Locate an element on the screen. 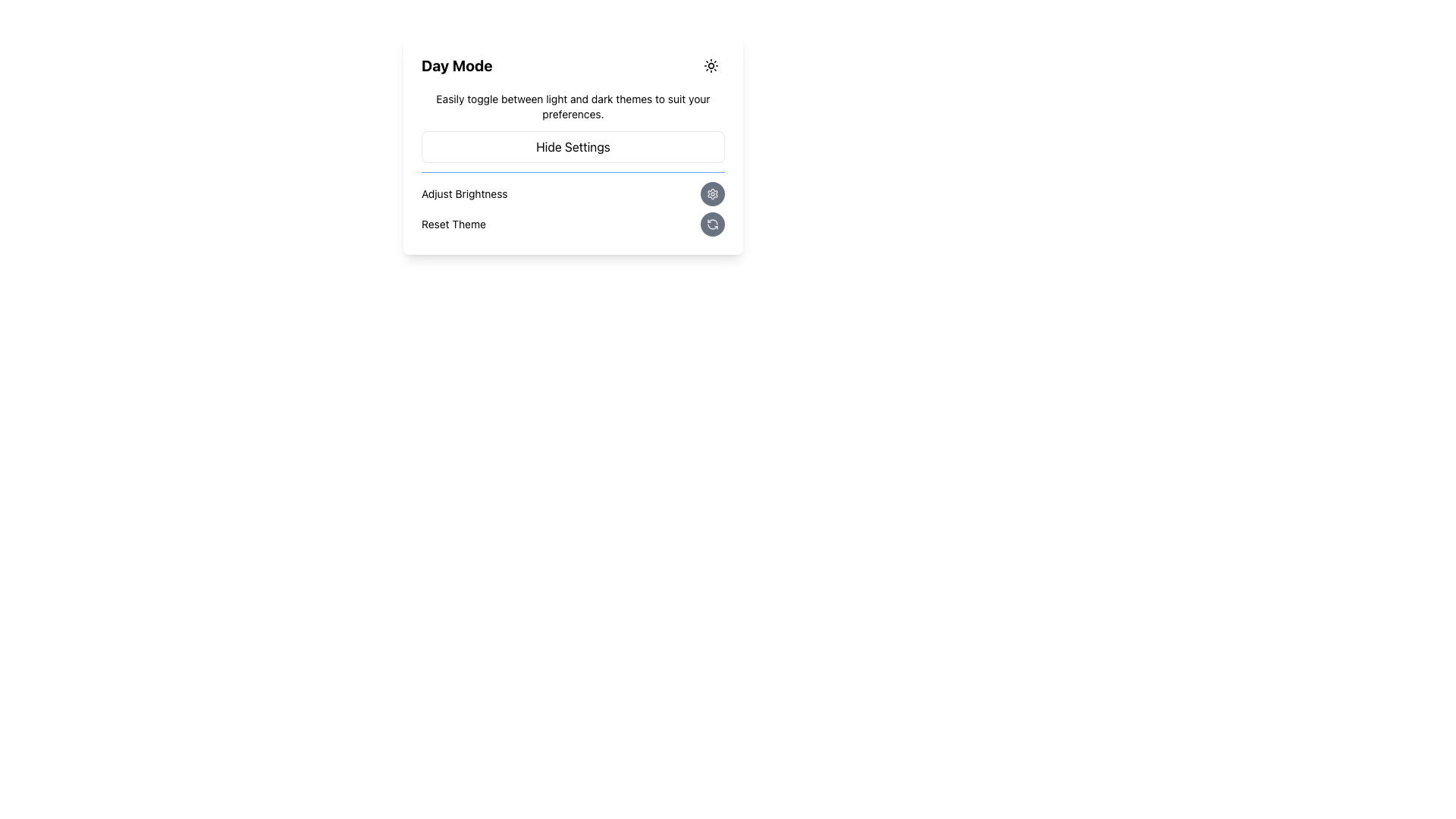 Image resolution: width=1456 pixels, height=819 pixels. the circular button located immediately underneath the 'Adjust Brightness' option in the settings panel to reset the application's theme to its default setting is located at coordinates (572, 224).